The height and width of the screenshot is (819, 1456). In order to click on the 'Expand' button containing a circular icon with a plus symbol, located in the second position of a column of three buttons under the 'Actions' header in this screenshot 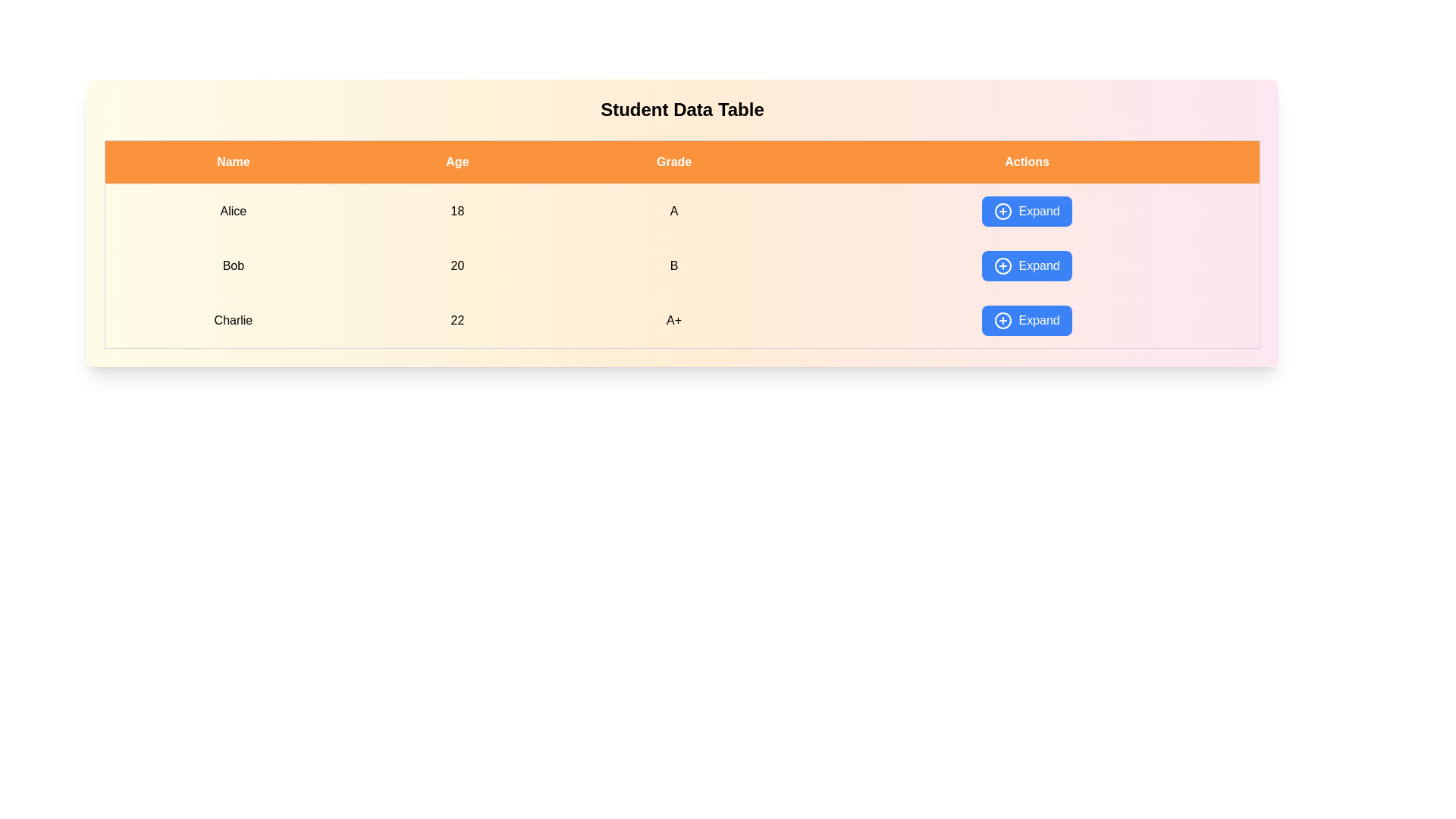, I will do `click(1003, 265)`.